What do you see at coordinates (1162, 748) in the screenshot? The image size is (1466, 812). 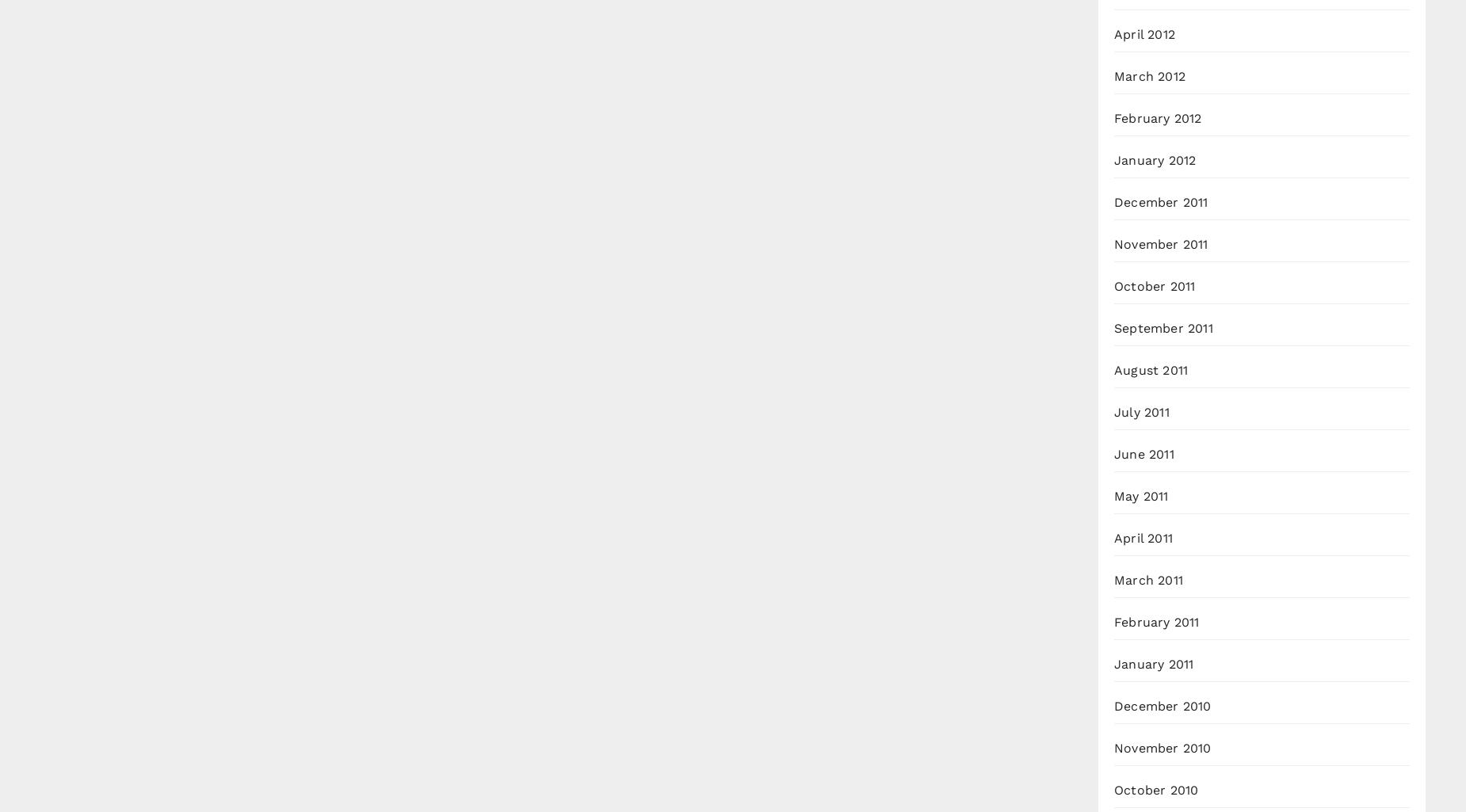 I see `'November 2010'` at bounding box center [1162, 748].